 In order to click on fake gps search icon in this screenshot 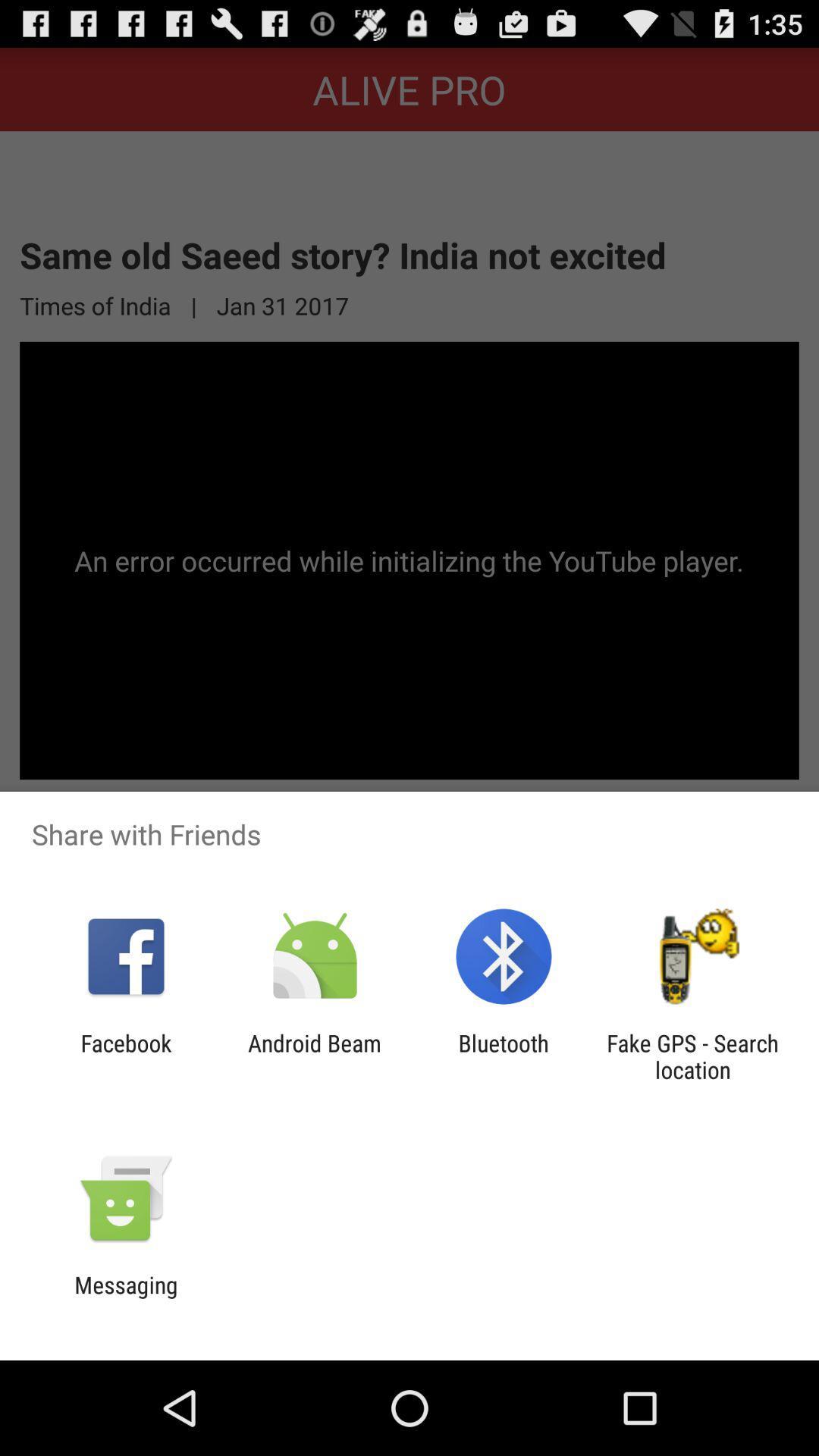, I will do `click(692, 1056)`.